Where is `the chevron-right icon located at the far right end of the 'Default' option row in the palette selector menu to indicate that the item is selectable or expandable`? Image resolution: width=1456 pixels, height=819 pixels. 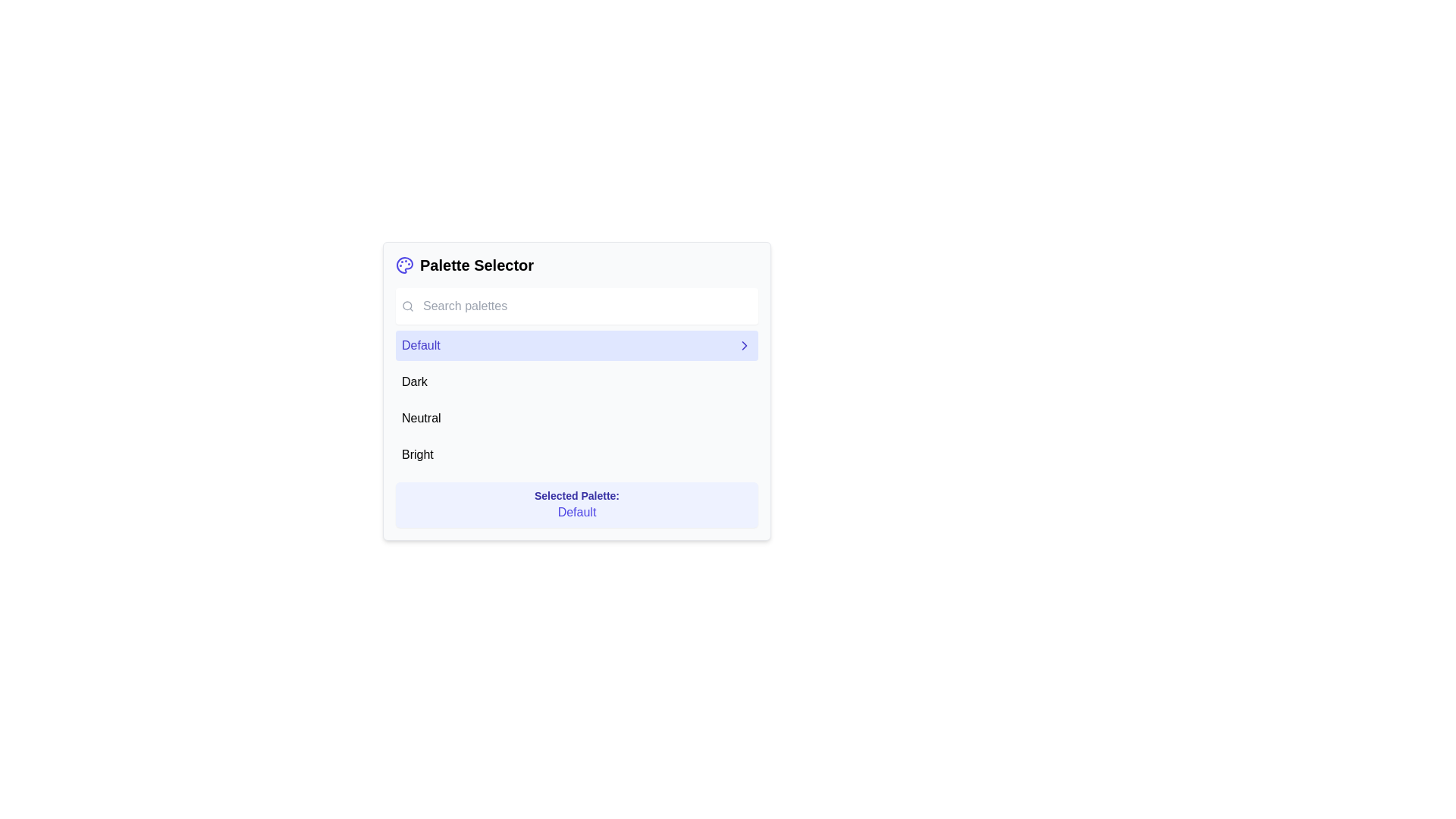
the chevron-right icon located at the far right end of the 'Default' option row in the palette selector menu to indicate that the item is selectable or expandable is located at coordinates (745, 345).